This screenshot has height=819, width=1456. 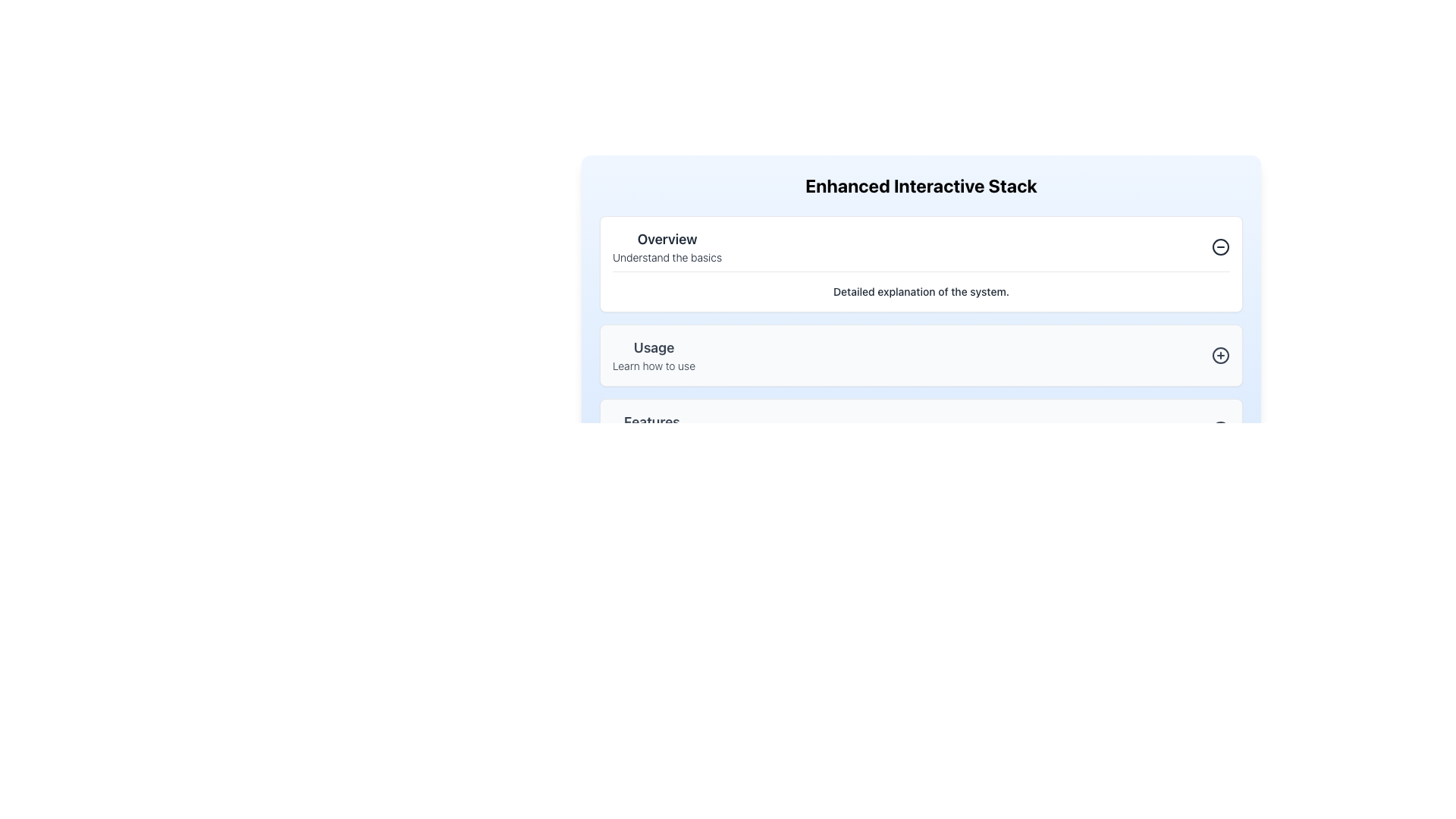 What do you see at coordinates (1220, 246) in the screenshot?
I see `the icon located at the rightmost part of the 'Overview' section` at bounding box center [1220, 246].